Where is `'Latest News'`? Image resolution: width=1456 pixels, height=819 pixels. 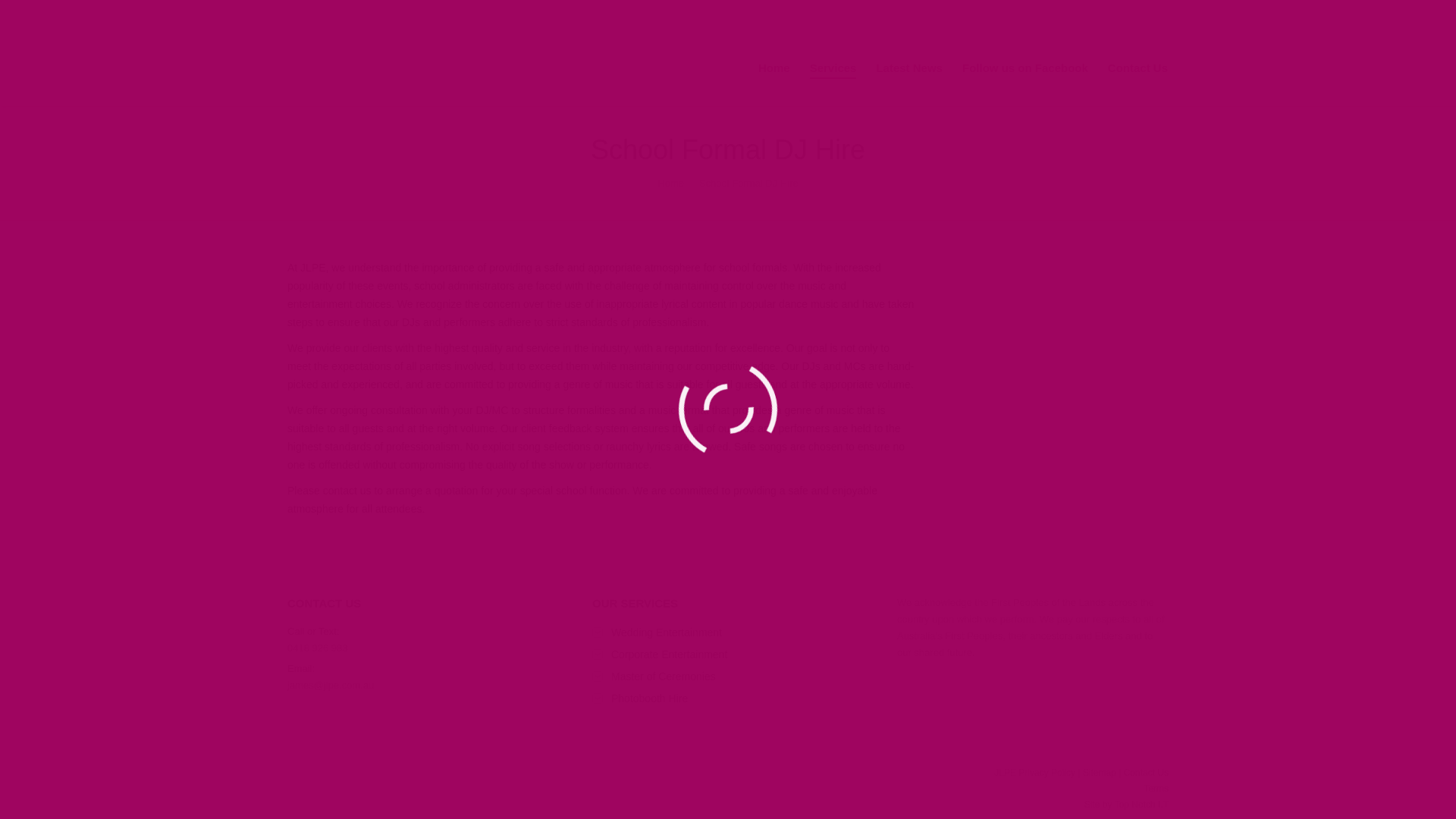
'Latest News' is located at coordinates (909, 68).